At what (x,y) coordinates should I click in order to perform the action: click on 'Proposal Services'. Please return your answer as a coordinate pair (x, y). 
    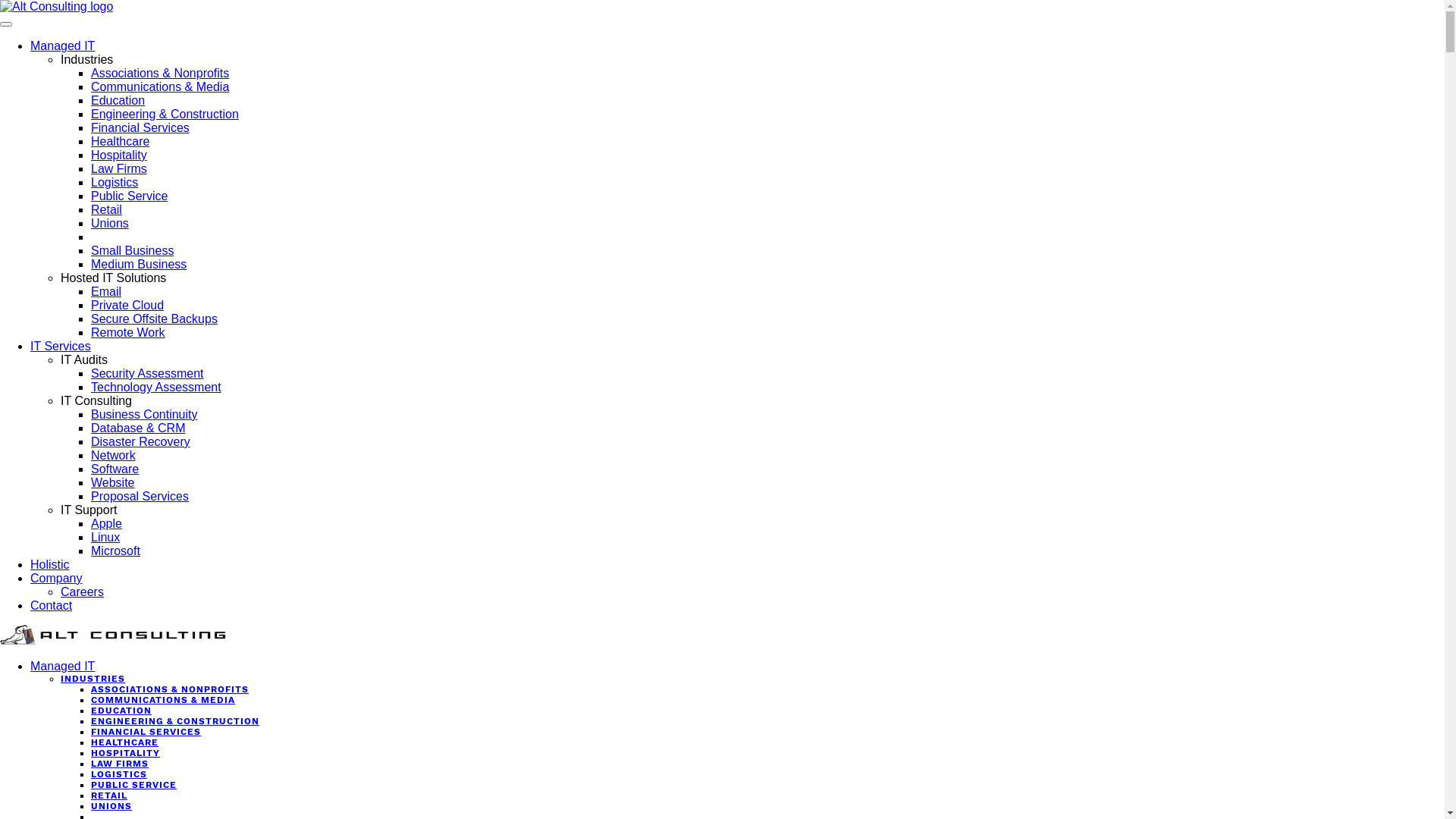
    Looking at the image, I should click on (140, 496).